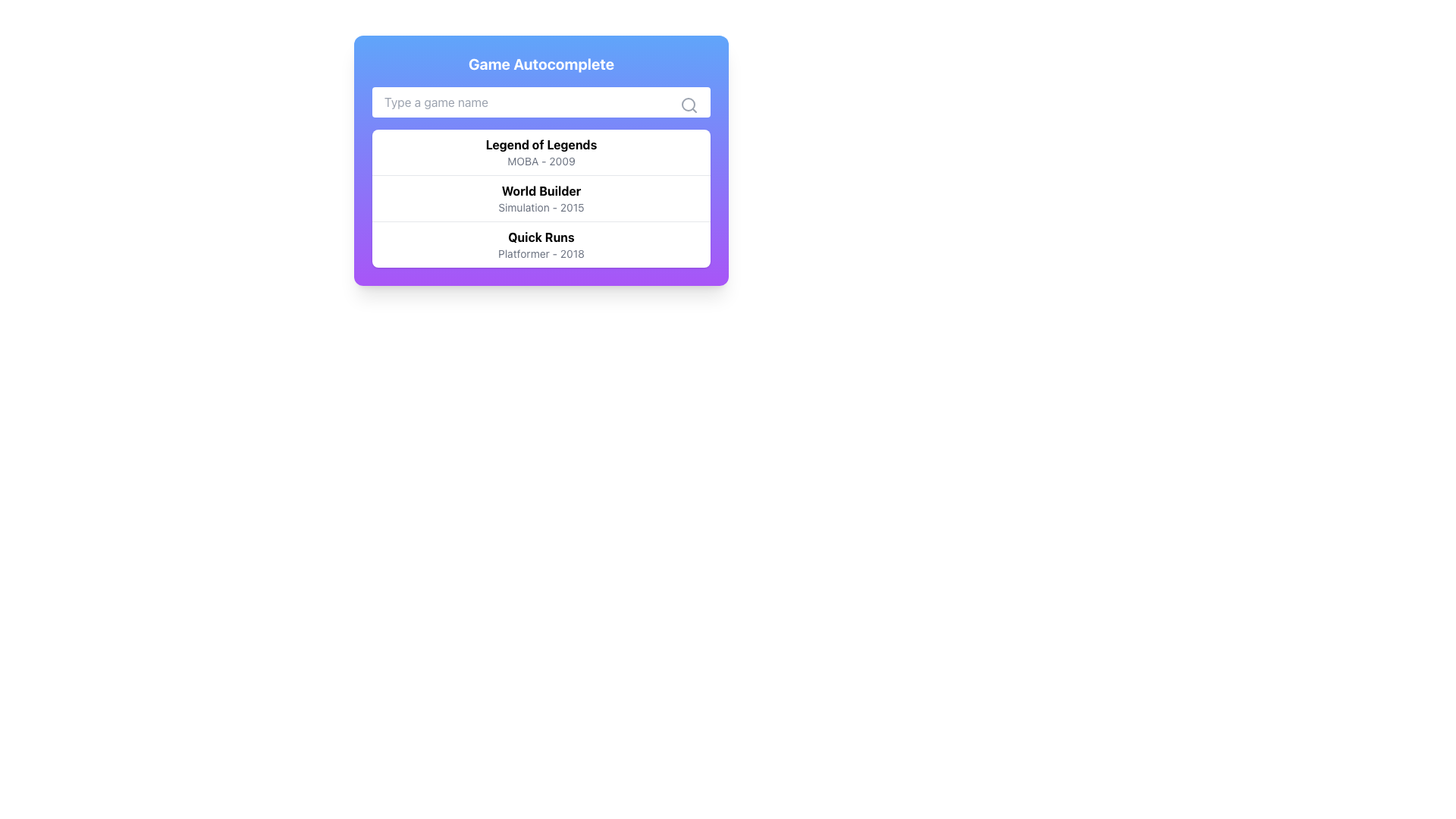 The height and width of the screenshot is (819, 1456). What do you see at coordinates (541, 237) in the screenshot?
I see `the bolded textual label reading 'Quick Runs' in the dropdown menu, which is positioned above the smaller grayed-out text 'Platformer - 2018'` at bounding box center [541, 237].